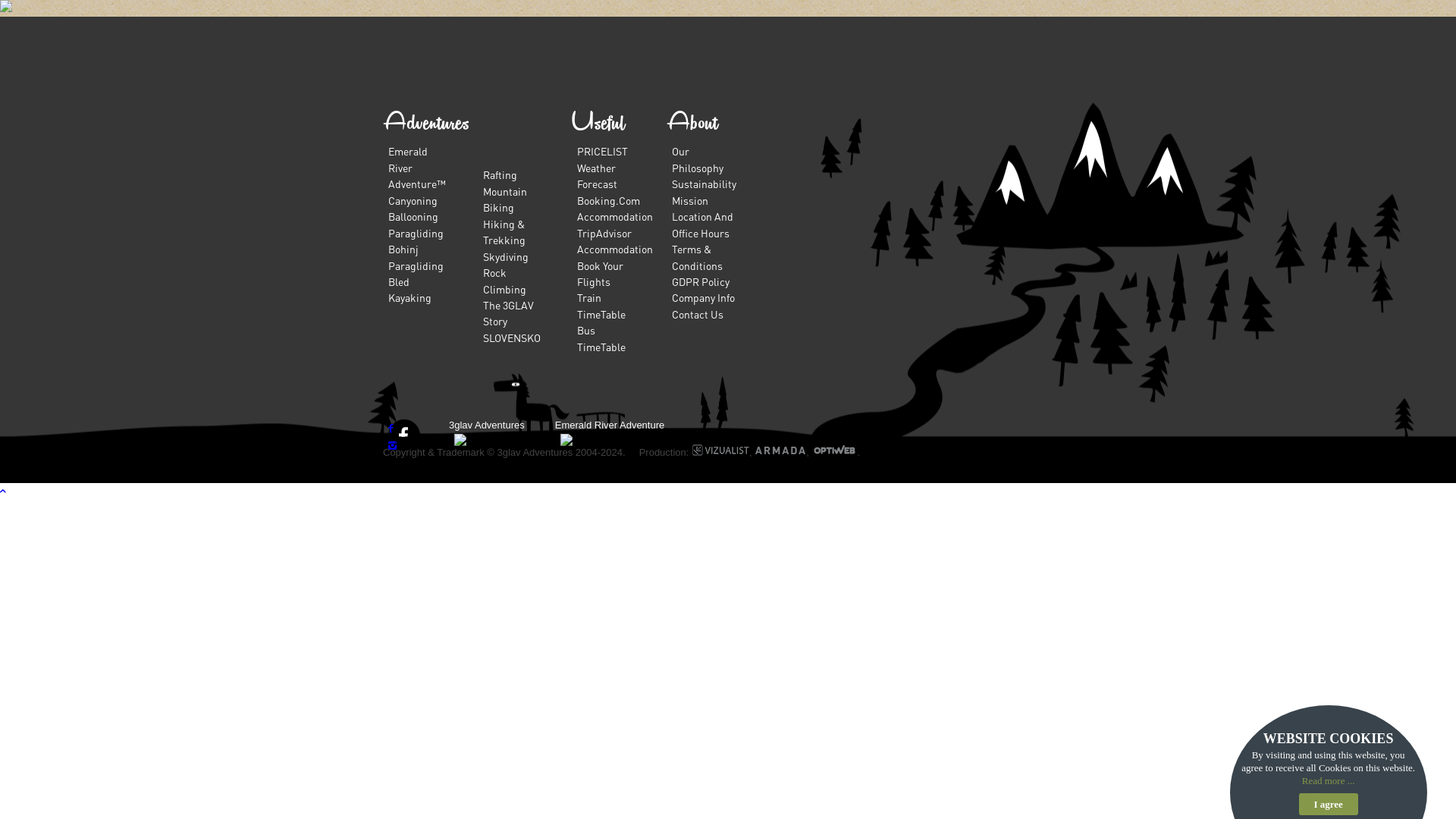  What do you see at coordinates (392, 444) in the screenshot?
I see `'Instagram'` at bounding box center [392, 444].